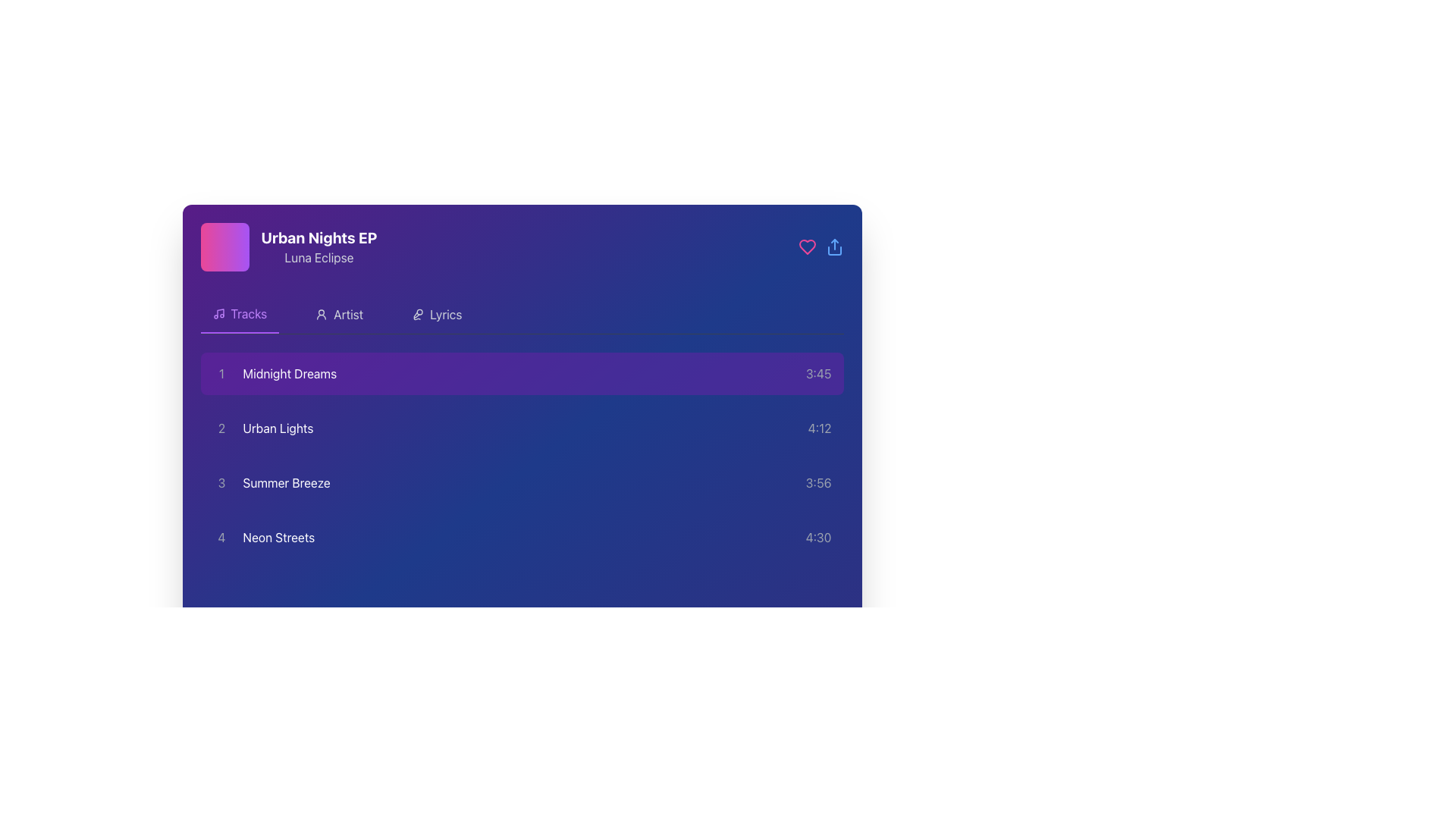 This screenshot has height=819, width=1456. Describe the element at coordinates (817, 537) in the screenshot. I see `the text label displaying '4:30' located on the right side of the row for 'Neon Streets' in the playlist interface` at that location.